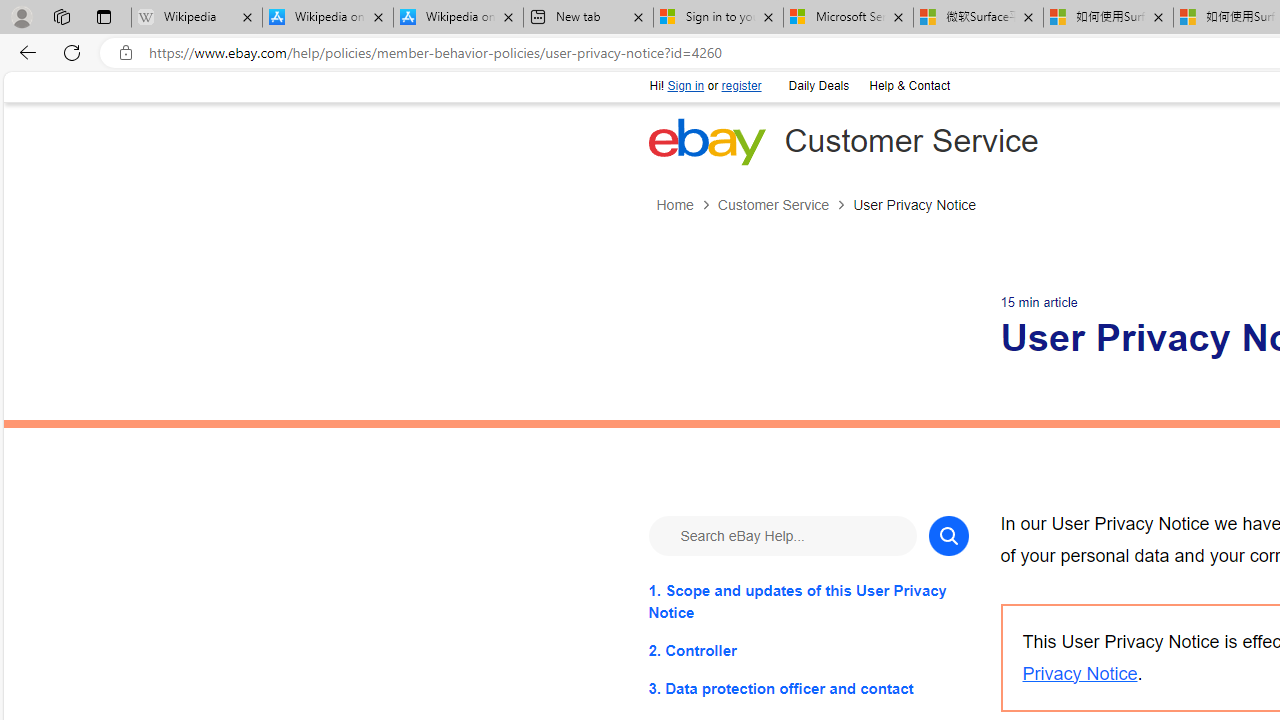 This screenshot has height=720, width=1280. What do you see at coordinates (913, 205) in the screenshot?
I see `'User Privacy Notice'` at bounding box center [913, 205].